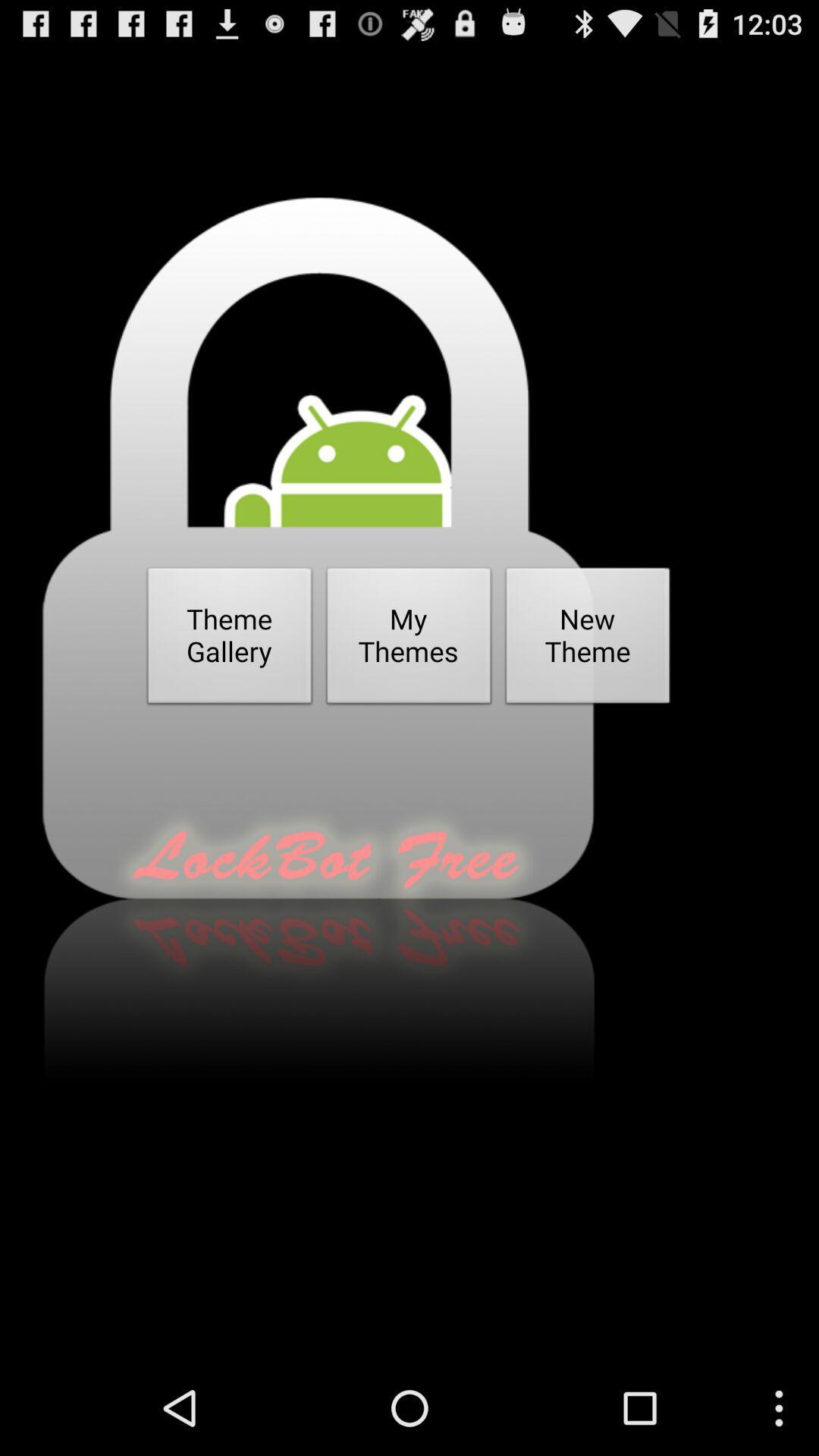 The width and height of the screenshot is (819, 1456). Describe the element at coordinates (587, 640) in the screenshot. I see `item to the right of the my themes item` at that location.